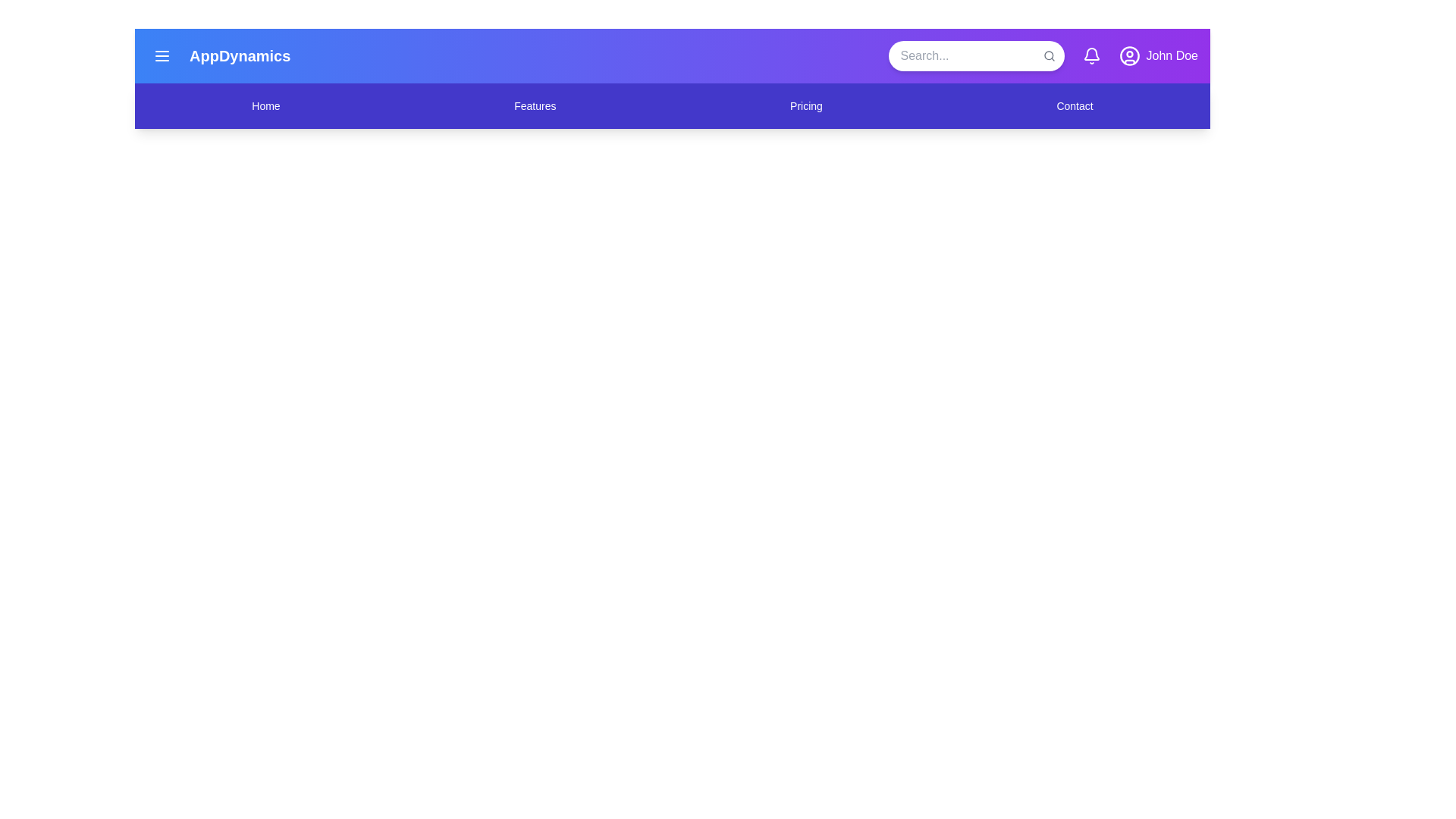  Describe the element at coordinates (1090, 55) in the screenshot. I see `the bell icon to view notifications` at that location.